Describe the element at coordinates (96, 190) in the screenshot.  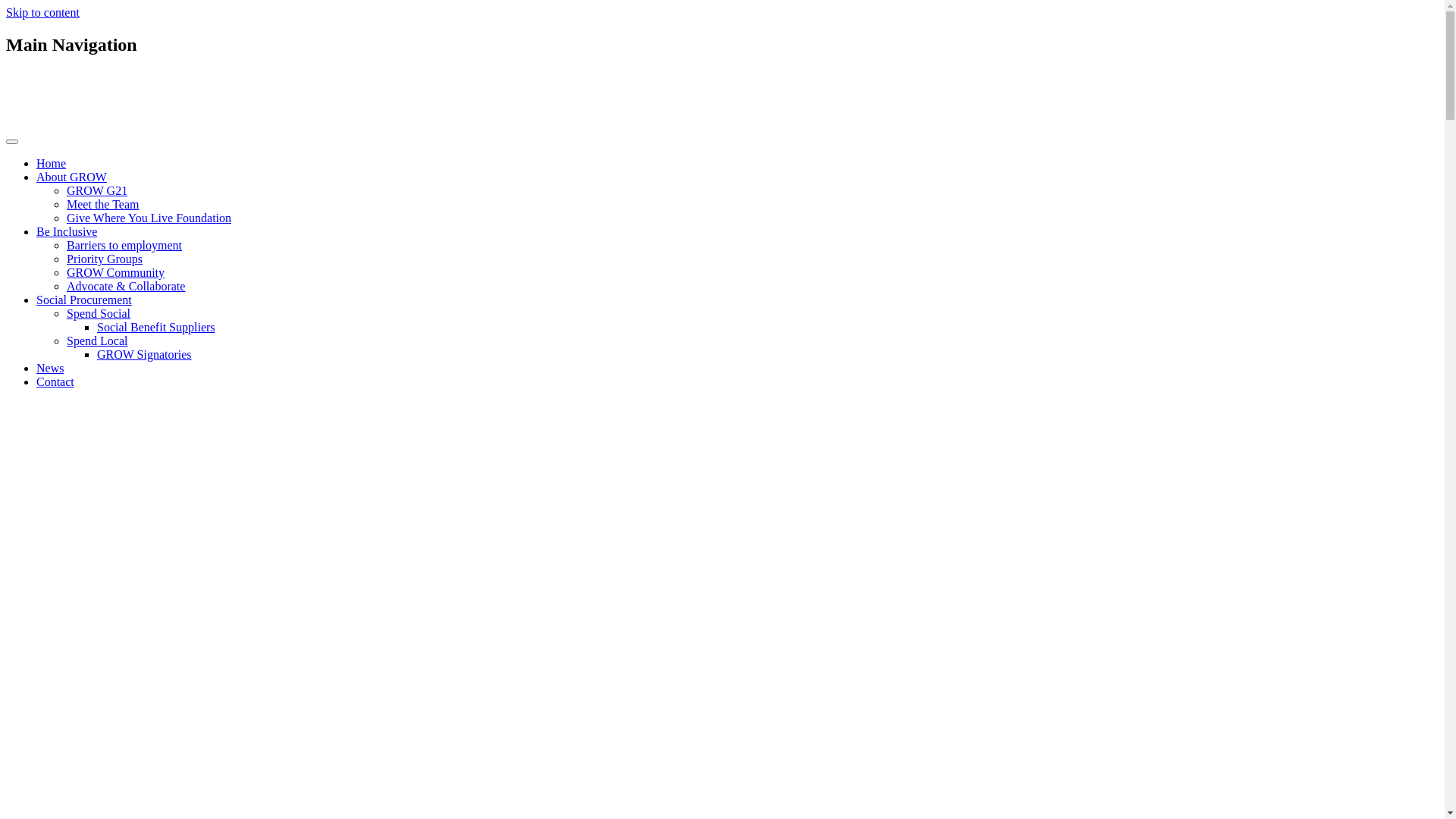
I see `'GROW G21'` at that location.